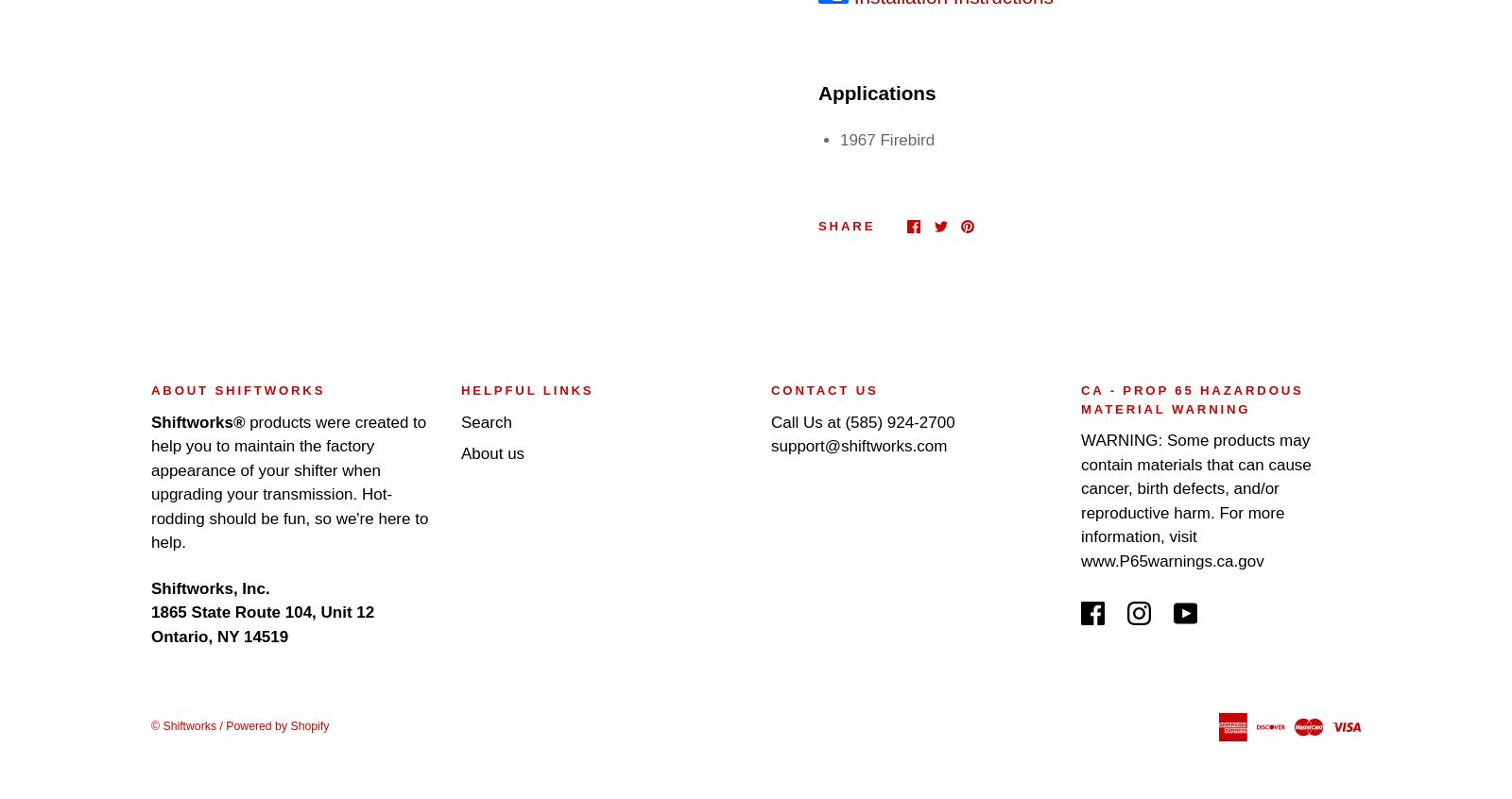 The height and width of the screenshot is (799, 1512). Describe the element at coordinates (1194, 501) in the screenshot. I see `'WARNING: Some products may contain materials that can cause cancer, birth defects, and/or reproductive harm. For more information, visit www.P65warnings.ca.gov'` at that location.